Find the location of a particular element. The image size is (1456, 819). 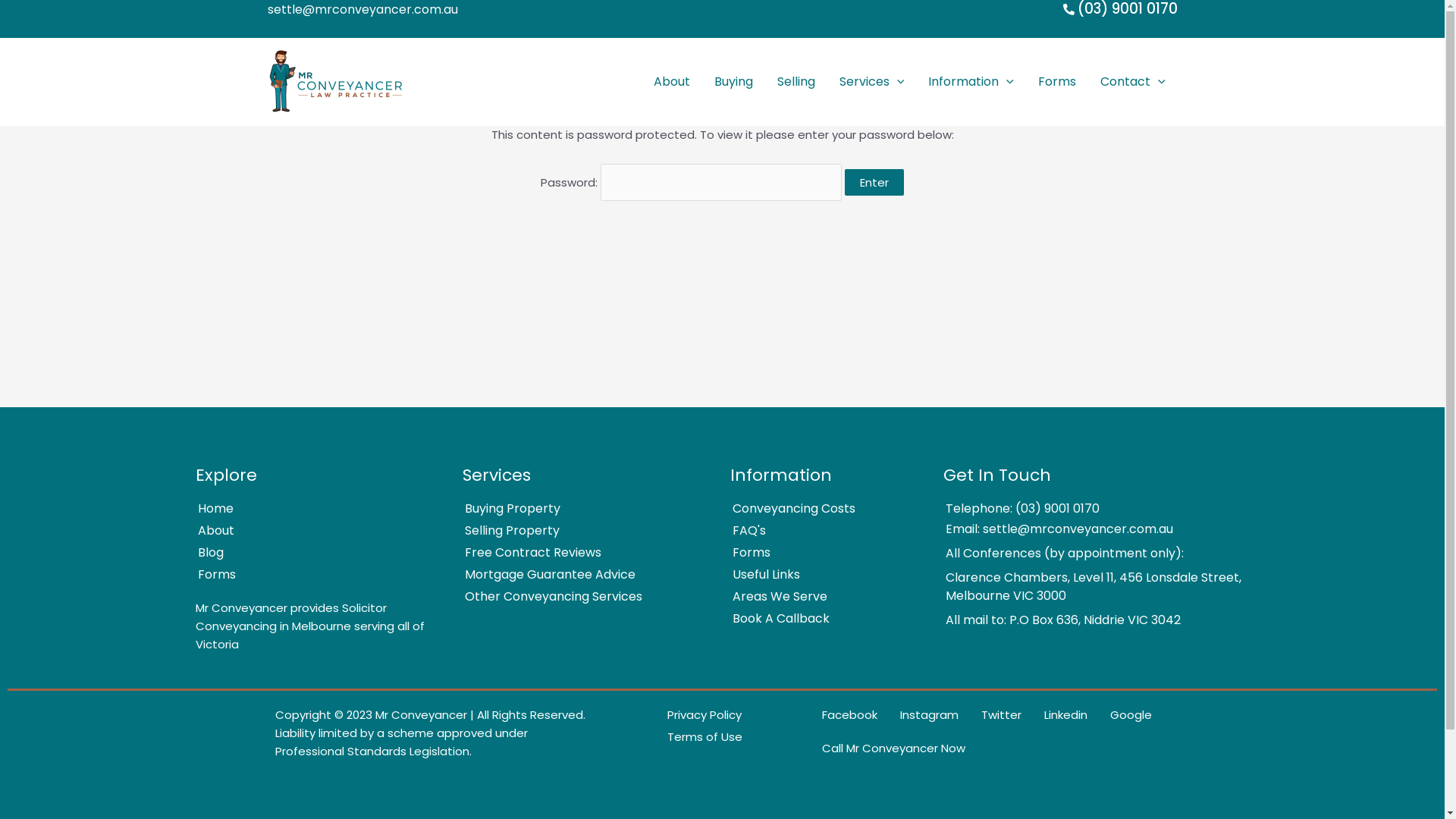

'Telephone: (03) 9001 0170' is located at coordinates (924, 509).